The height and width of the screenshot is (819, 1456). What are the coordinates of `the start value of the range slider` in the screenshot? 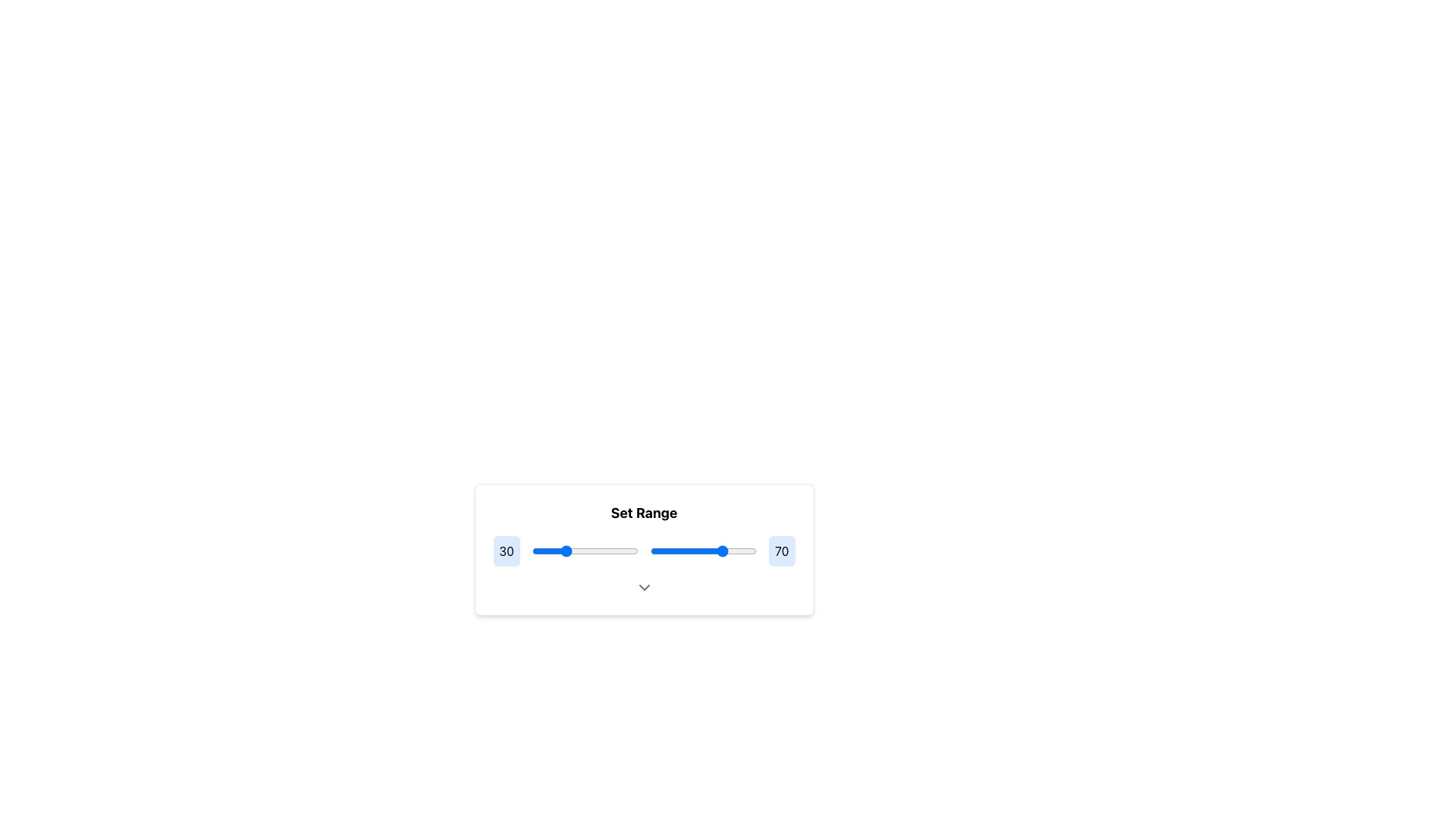 It's located at (626, 551).